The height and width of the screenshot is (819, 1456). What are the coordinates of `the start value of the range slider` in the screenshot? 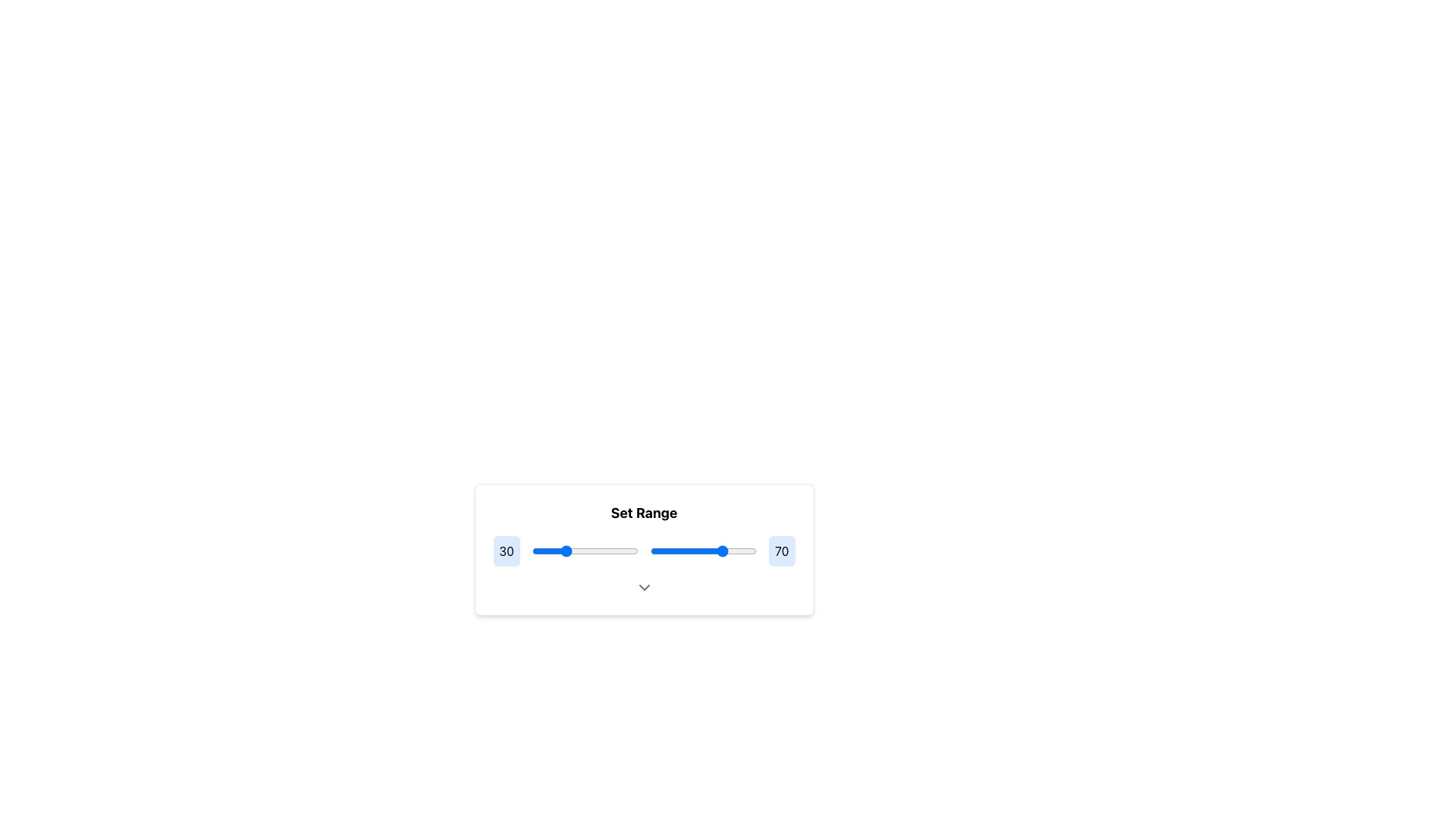 It's located at (626, 551).